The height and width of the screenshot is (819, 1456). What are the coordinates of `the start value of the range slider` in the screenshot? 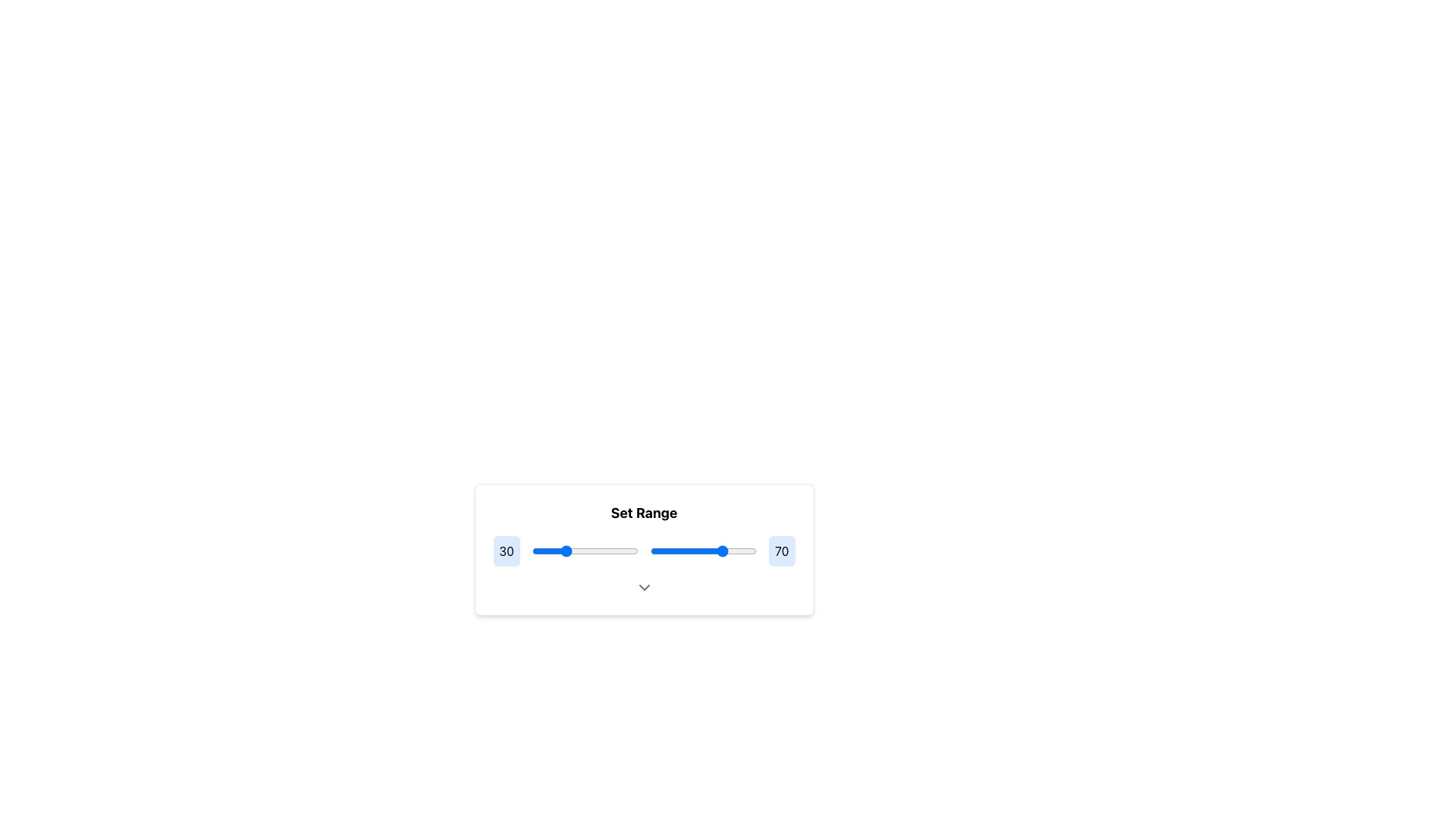 It's located at (626, 551).